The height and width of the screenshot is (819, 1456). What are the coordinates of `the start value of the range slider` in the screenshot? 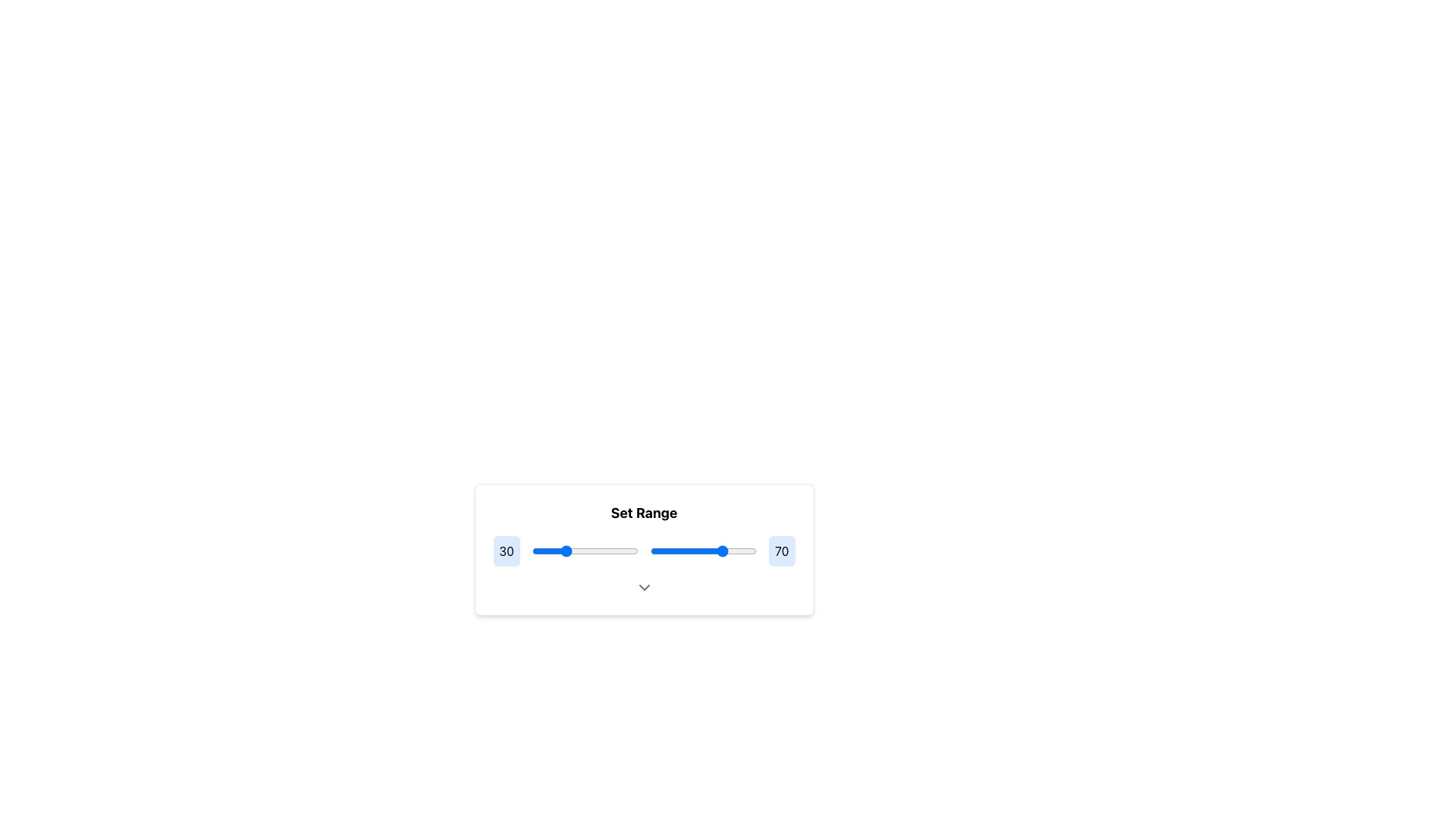 It's located at (626, 551).